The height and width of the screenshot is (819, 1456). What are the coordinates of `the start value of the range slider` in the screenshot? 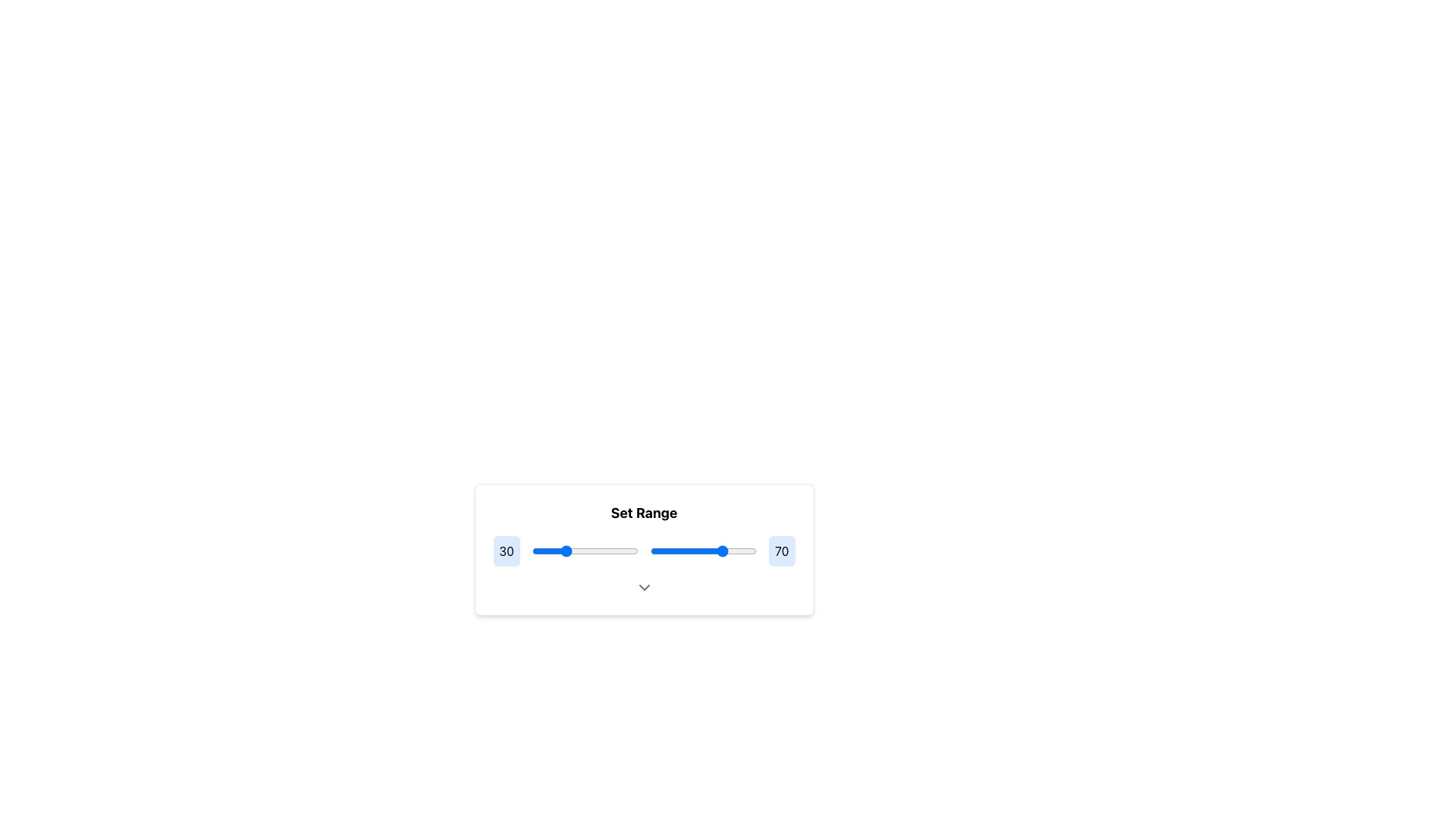 It's located at (626, 551).